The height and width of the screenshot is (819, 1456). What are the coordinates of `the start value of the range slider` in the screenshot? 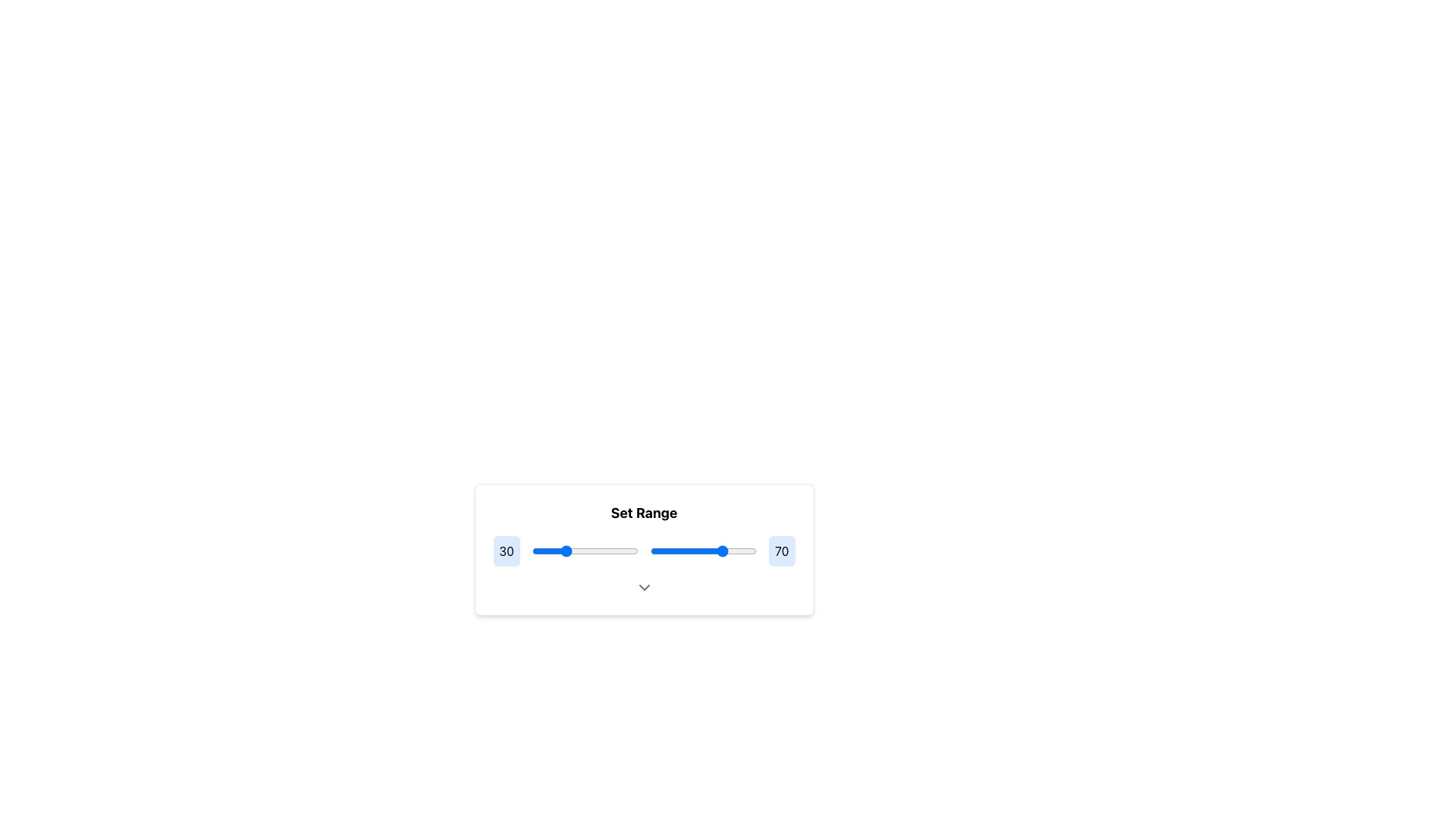 It's located at (626, 551).